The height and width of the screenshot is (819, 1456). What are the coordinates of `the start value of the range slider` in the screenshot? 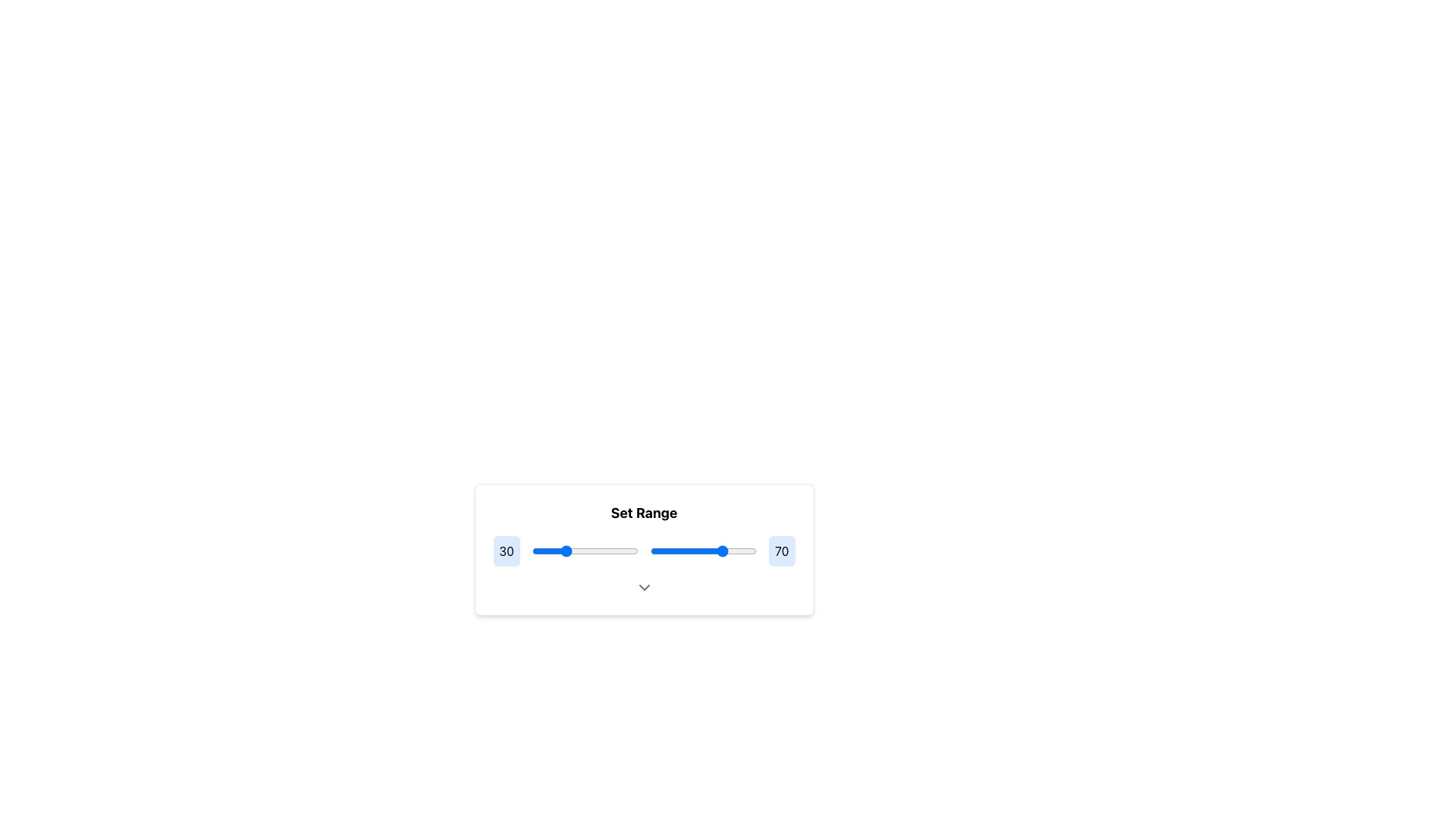 It's located at (626, 551).